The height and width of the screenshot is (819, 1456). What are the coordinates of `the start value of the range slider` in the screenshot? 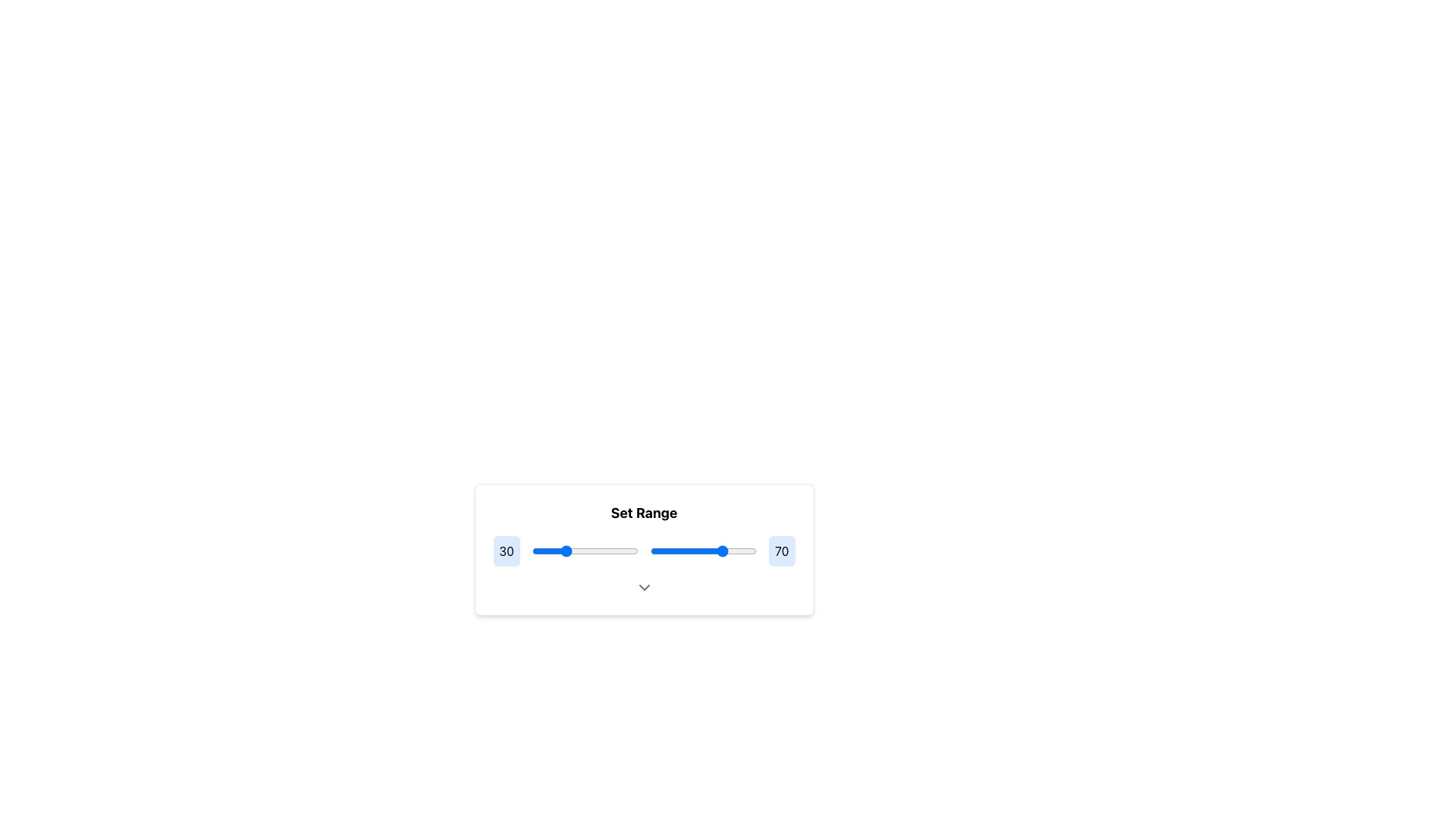 It's located at (626, 551).